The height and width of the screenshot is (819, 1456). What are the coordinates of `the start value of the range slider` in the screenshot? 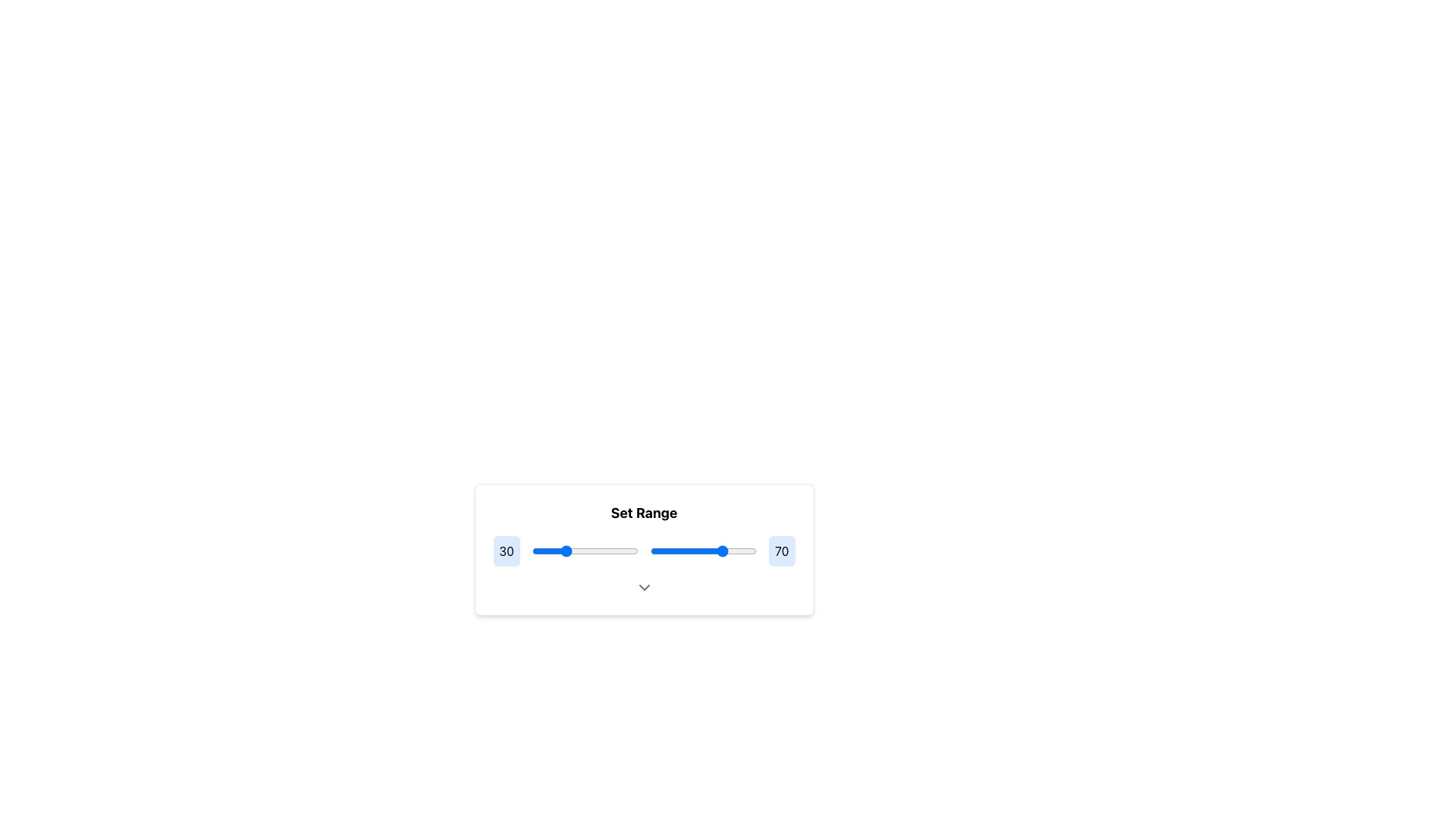 It's located at (626, 551).